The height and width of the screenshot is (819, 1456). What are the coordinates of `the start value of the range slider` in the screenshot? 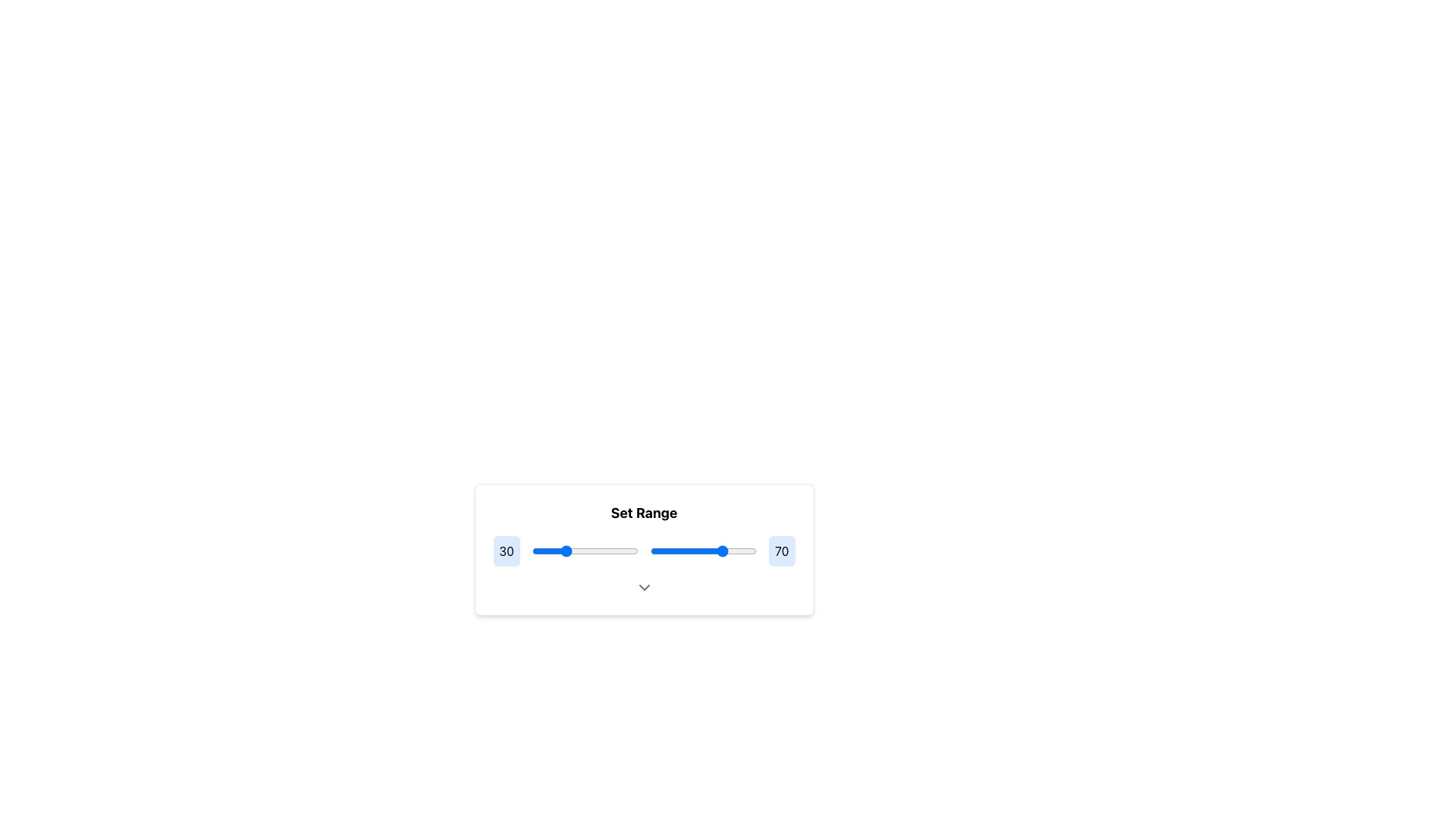 It's located at (626, 551).